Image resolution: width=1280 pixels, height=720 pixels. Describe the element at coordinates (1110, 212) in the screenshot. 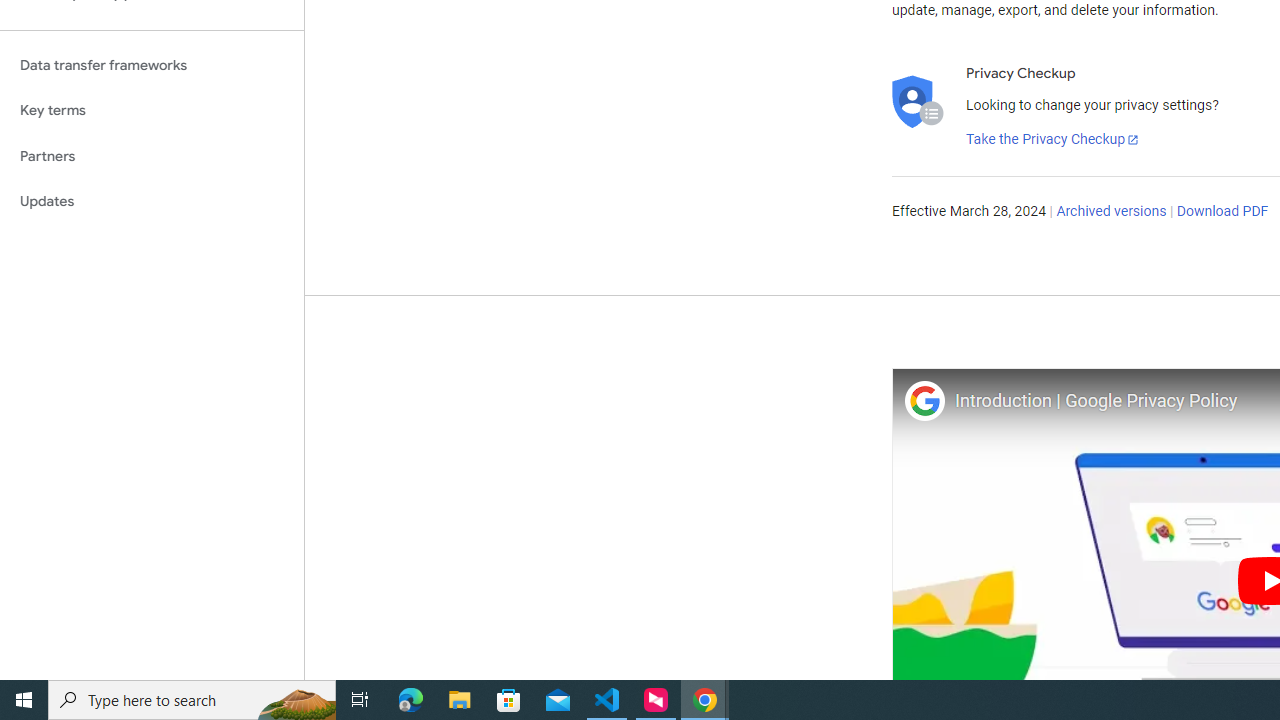

I see `'Archived versions'` at that location.